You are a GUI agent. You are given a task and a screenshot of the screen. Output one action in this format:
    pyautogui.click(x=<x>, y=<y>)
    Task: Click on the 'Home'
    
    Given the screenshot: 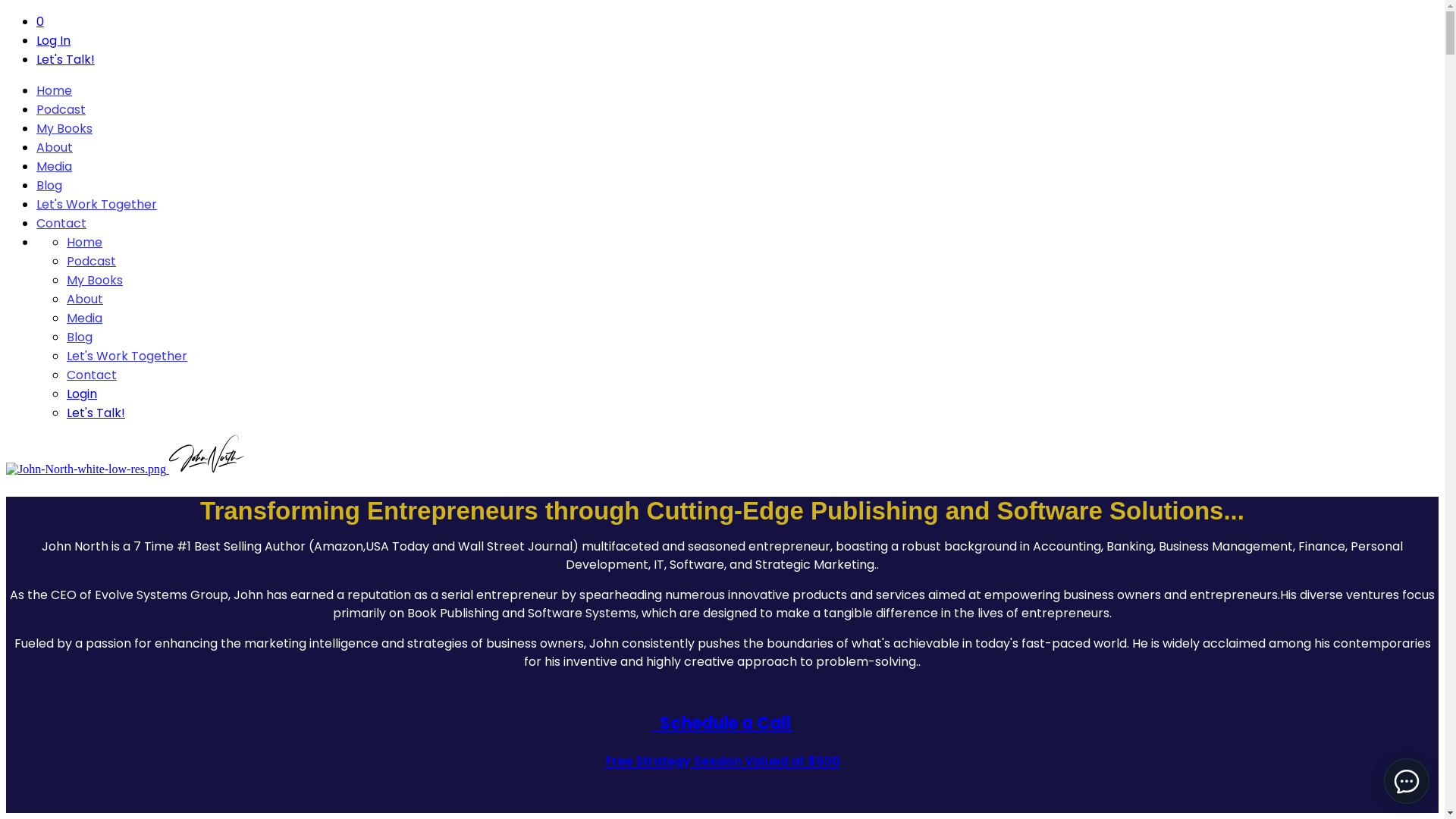 What is the action you would take?
    pyautogui.click(x=83, y=241)
    